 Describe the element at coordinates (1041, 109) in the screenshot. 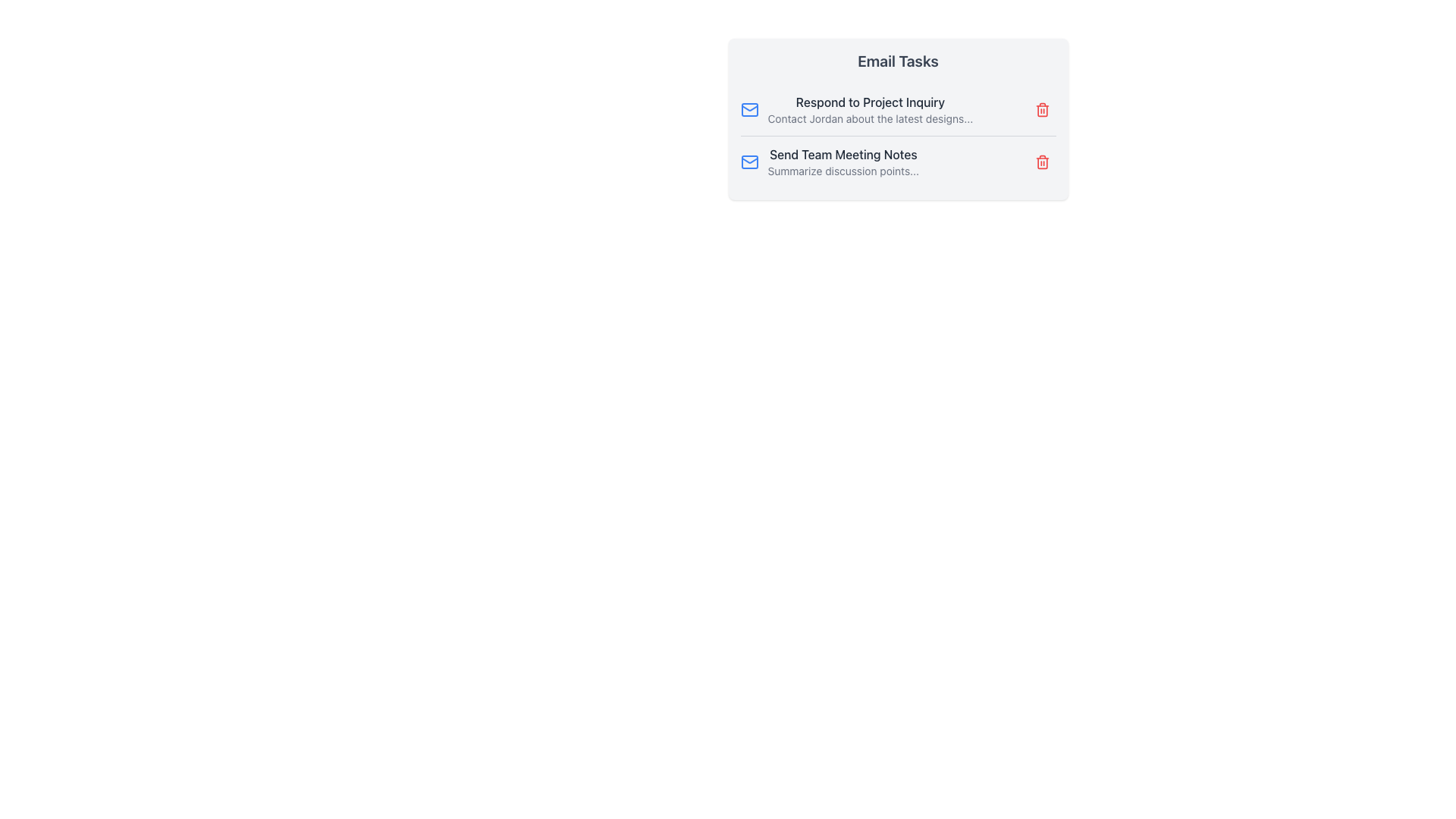

I see `the delete icon button located immediately to the right of the 'Respond to Project Inquiry' task` at that location.